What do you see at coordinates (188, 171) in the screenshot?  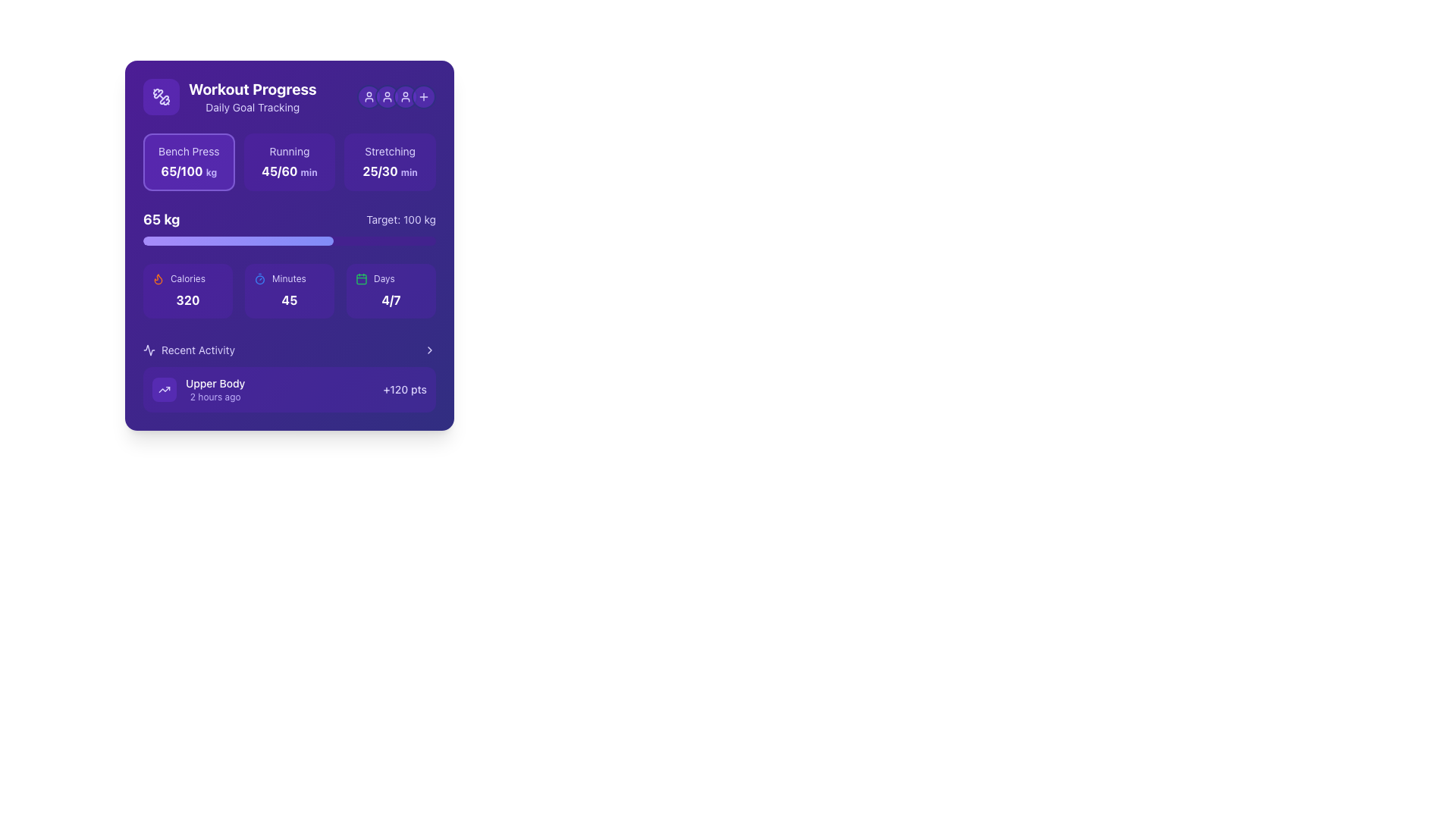 I see `the Text display element that shows the current and target weight lifted in the bench press exercise, located below the 'Bench Press' title and aligned with the first metric in the 'Workout Progress' section` at bounding box center [188, 171].